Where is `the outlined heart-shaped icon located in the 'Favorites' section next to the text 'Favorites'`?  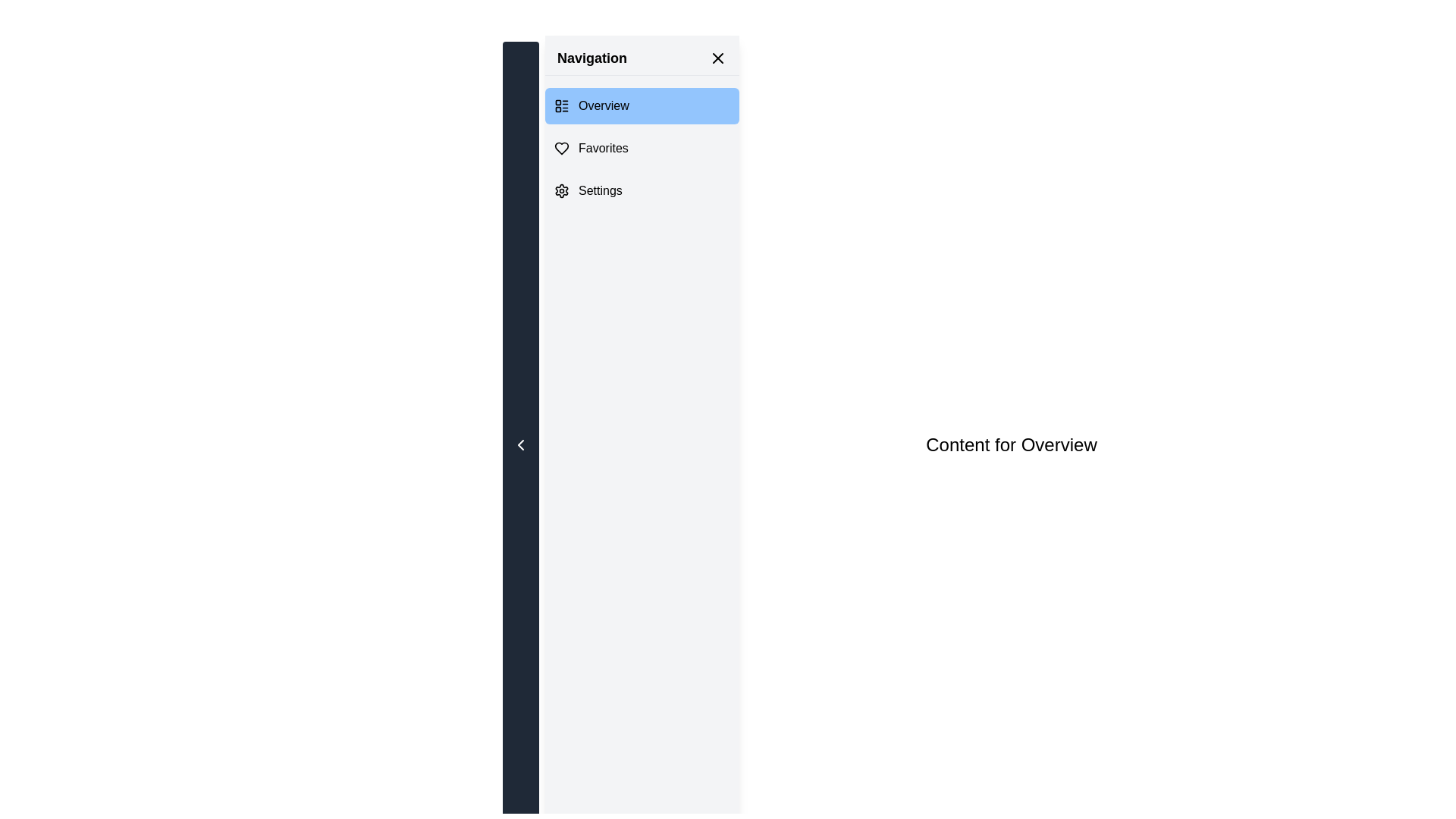
the outlined heart-shaped icon located in the 'Favorites' section next to the text 'Favorites' is located at coordinates (560, 149).